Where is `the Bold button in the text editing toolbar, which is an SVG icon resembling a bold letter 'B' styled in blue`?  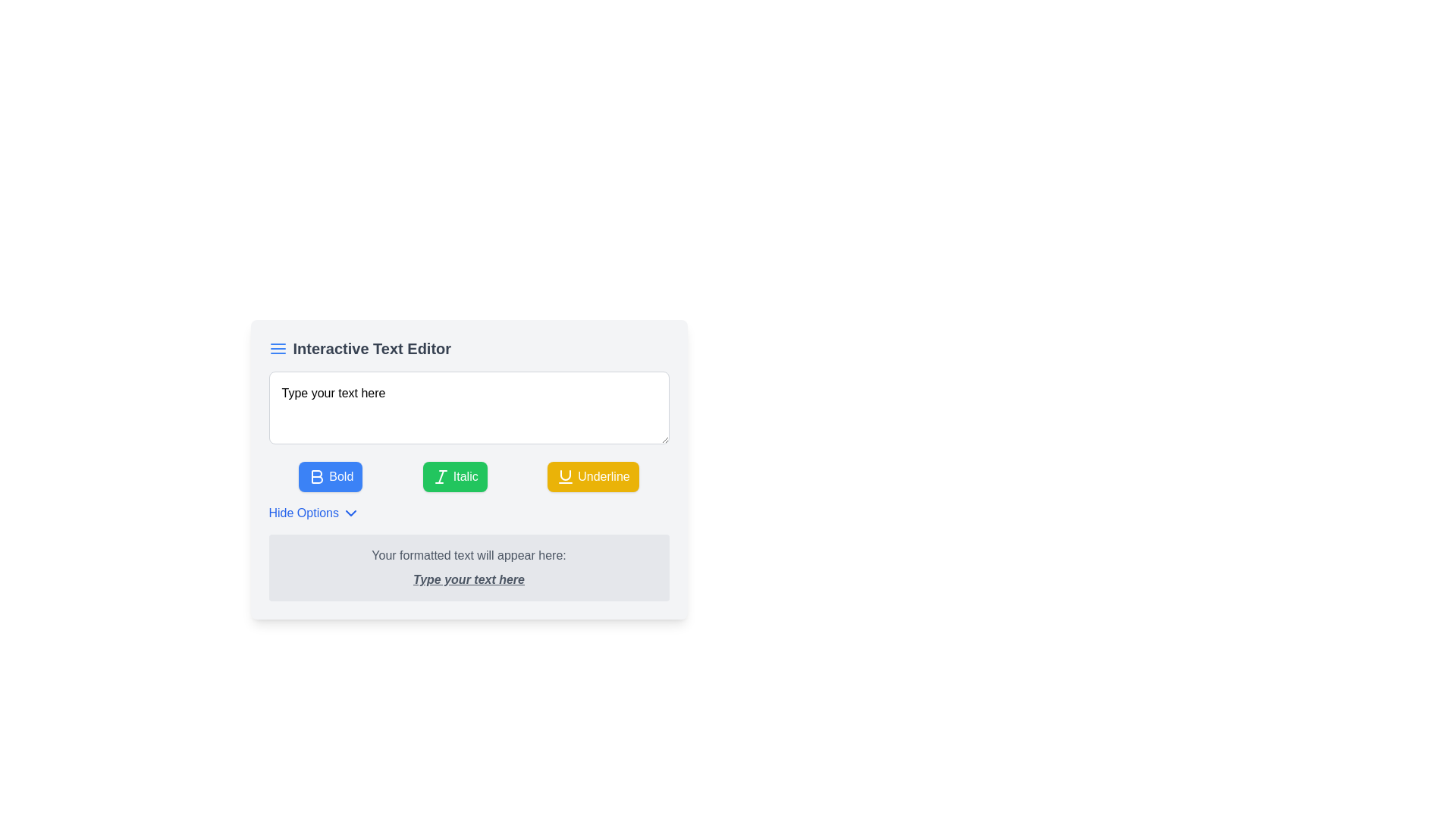
the Bold button in the text editing toolbar, which is an SVG icon resembling a bold letter 'B' styled in blue is located at coordinates (316, 475).